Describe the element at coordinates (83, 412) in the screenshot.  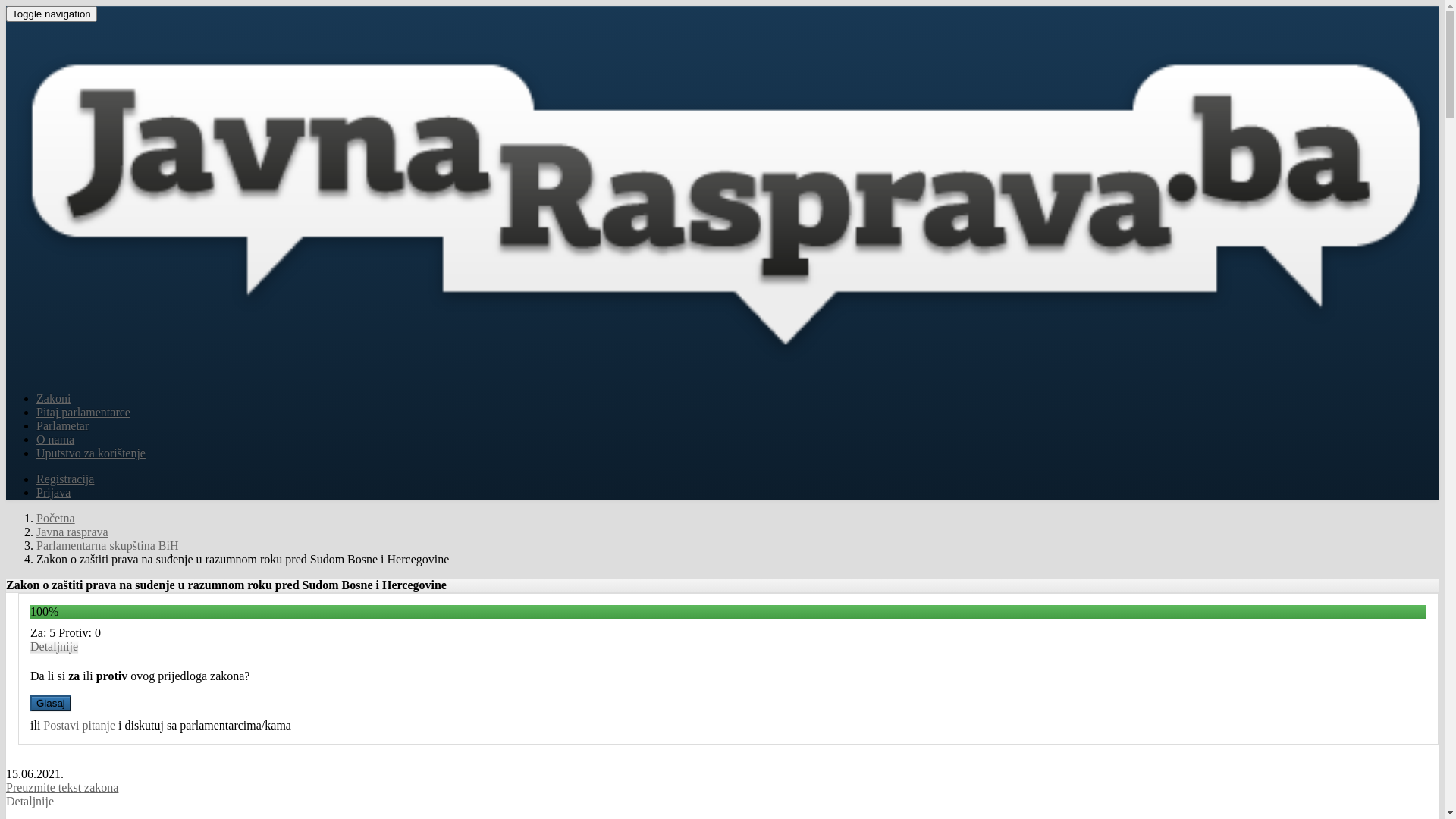
I see `'Pitaj parlamentarce'` at that location.